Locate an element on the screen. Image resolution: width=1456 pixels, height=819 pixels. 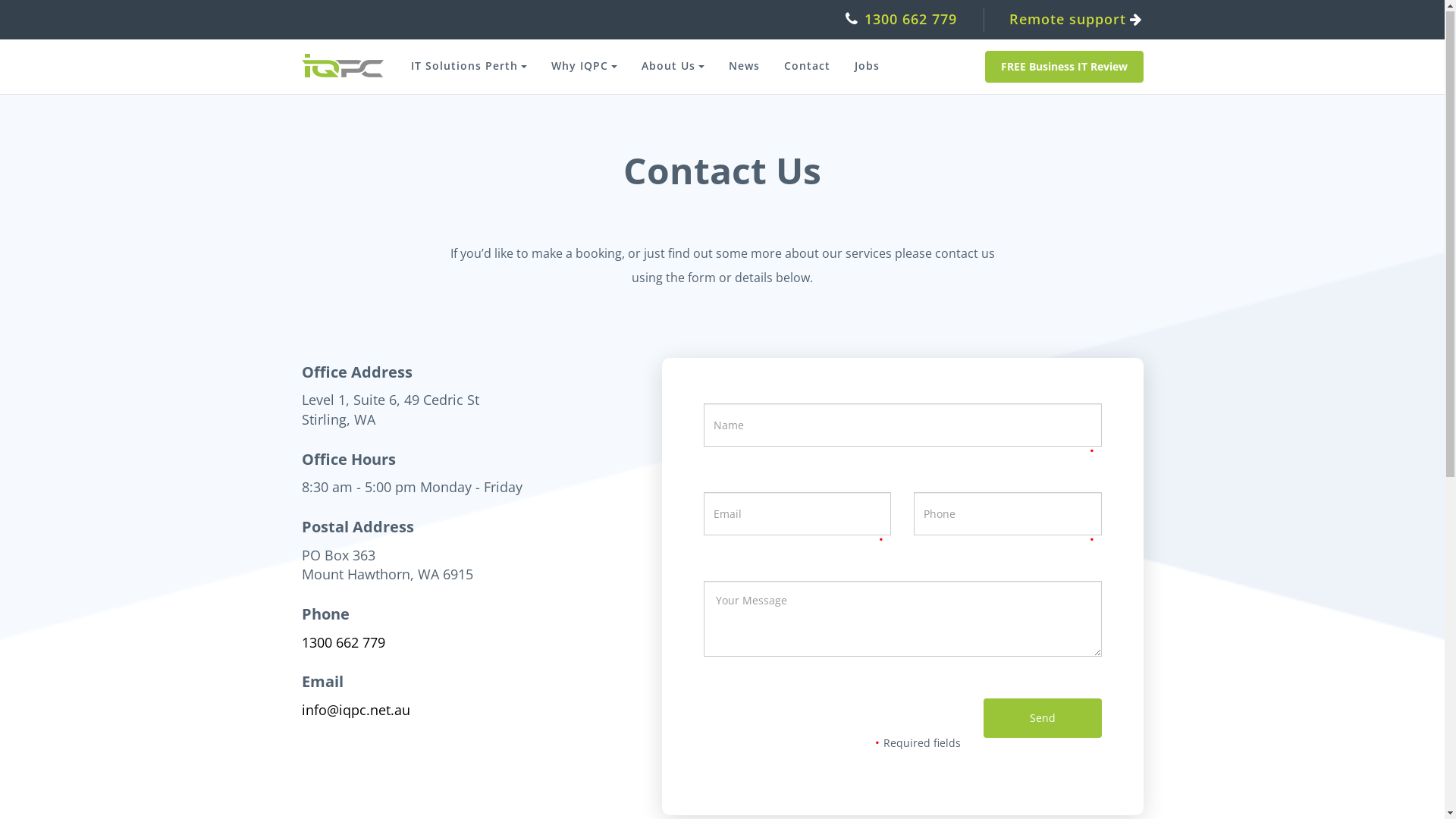
'info@iqpc.net.au' is located at coordinates (355, 711).